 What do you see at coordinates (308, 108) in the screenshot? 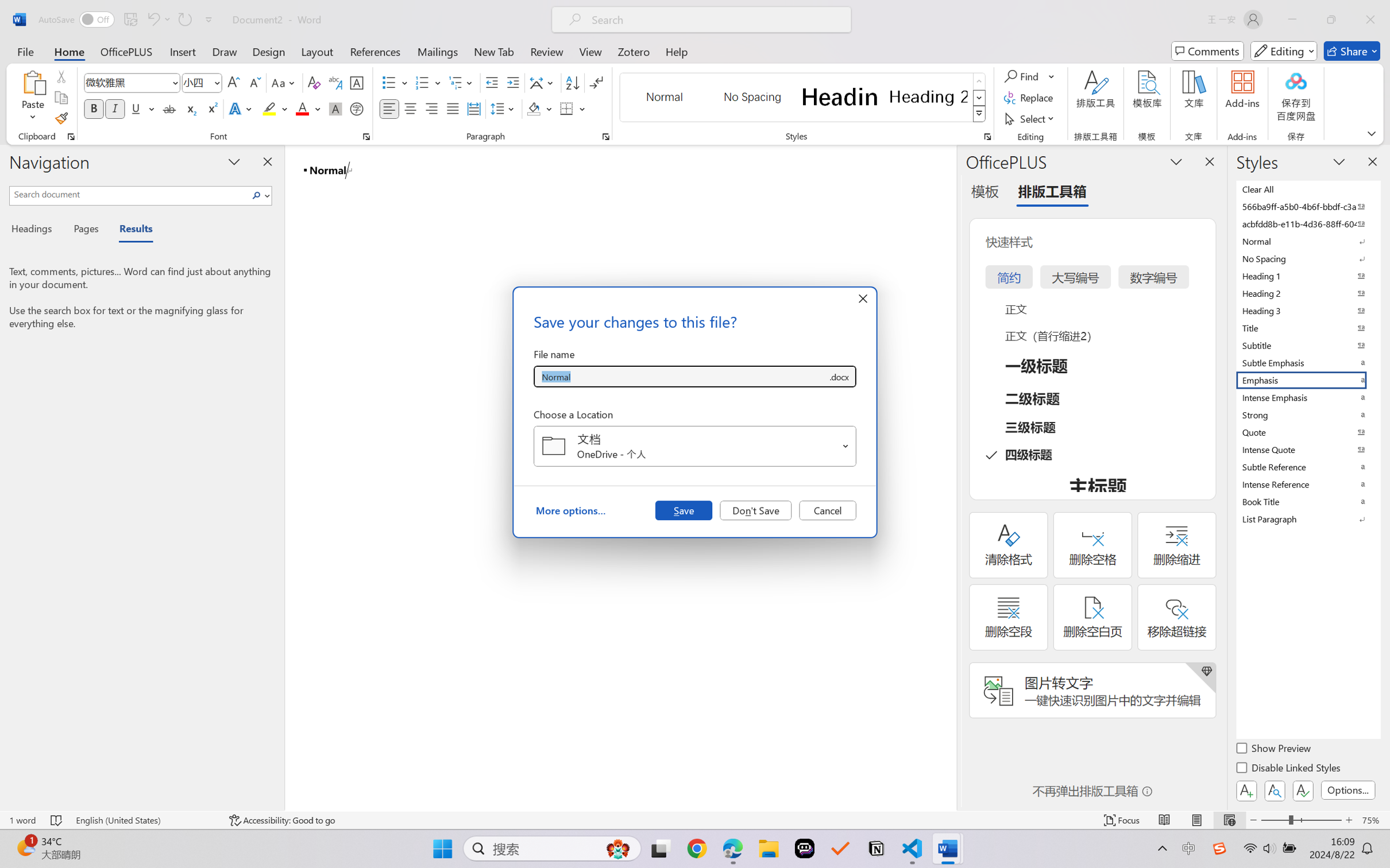
I see `'Font Color'` at bounding box center [308, 108].